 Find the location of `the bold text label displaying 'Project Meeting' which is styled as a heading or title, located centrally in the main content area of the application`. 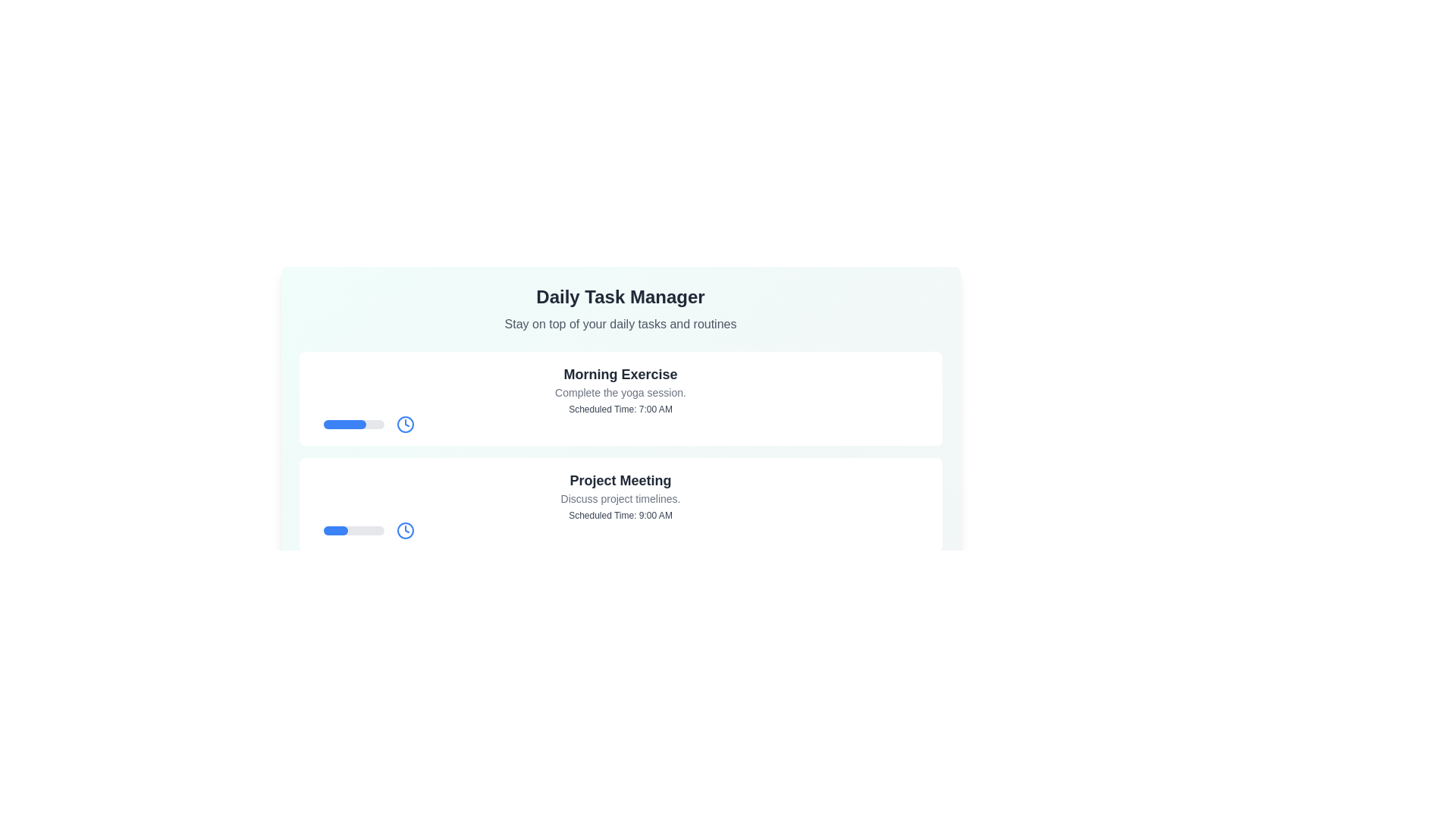

the bold text label displaying 'Project Meeting' which is styled as a heading or title, located centrally in the main content area of the application is located at coordinates (620, 480).